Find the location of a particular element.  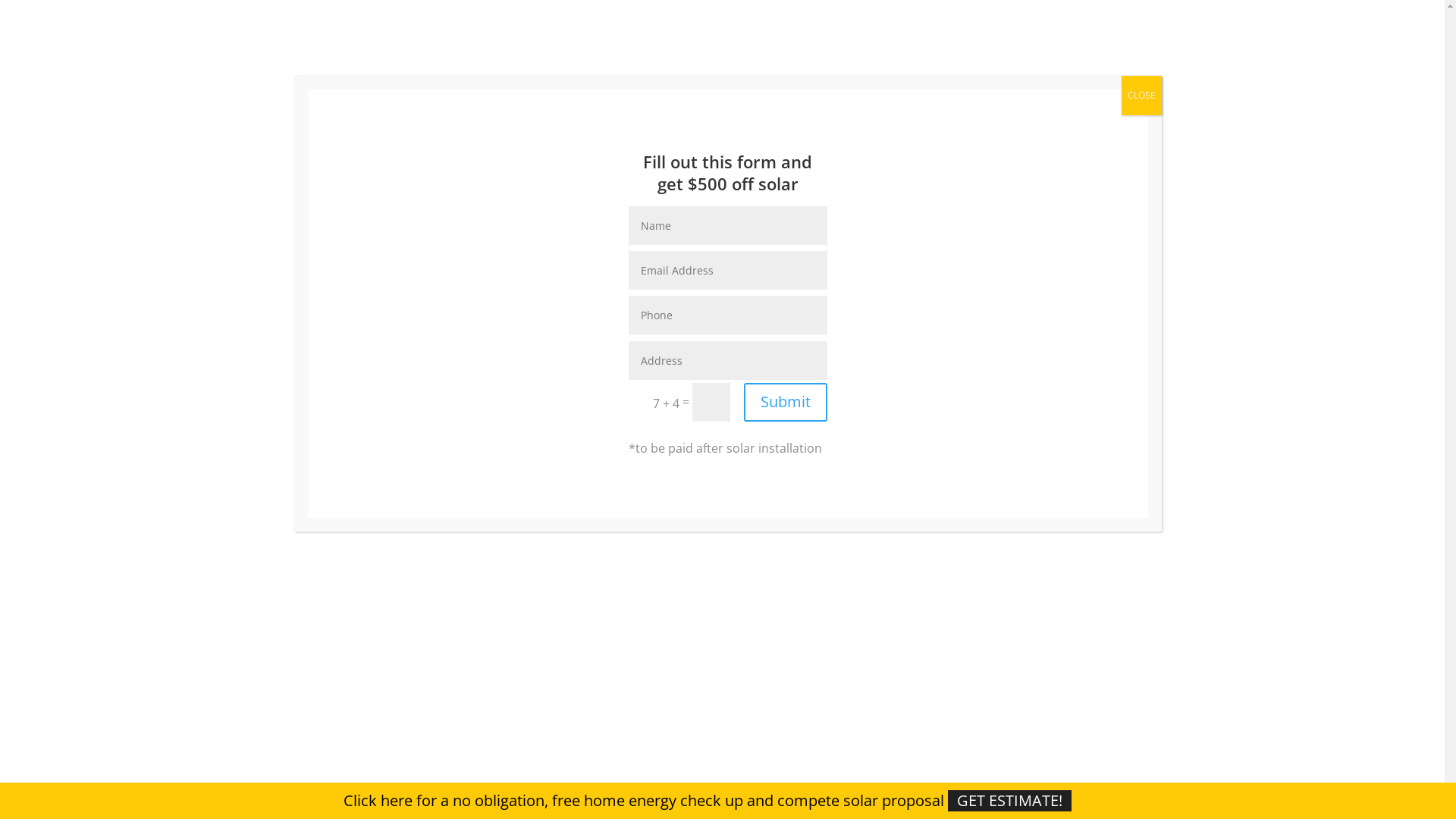

'Only numbers allowed.' is located at coordinates (728, 314).